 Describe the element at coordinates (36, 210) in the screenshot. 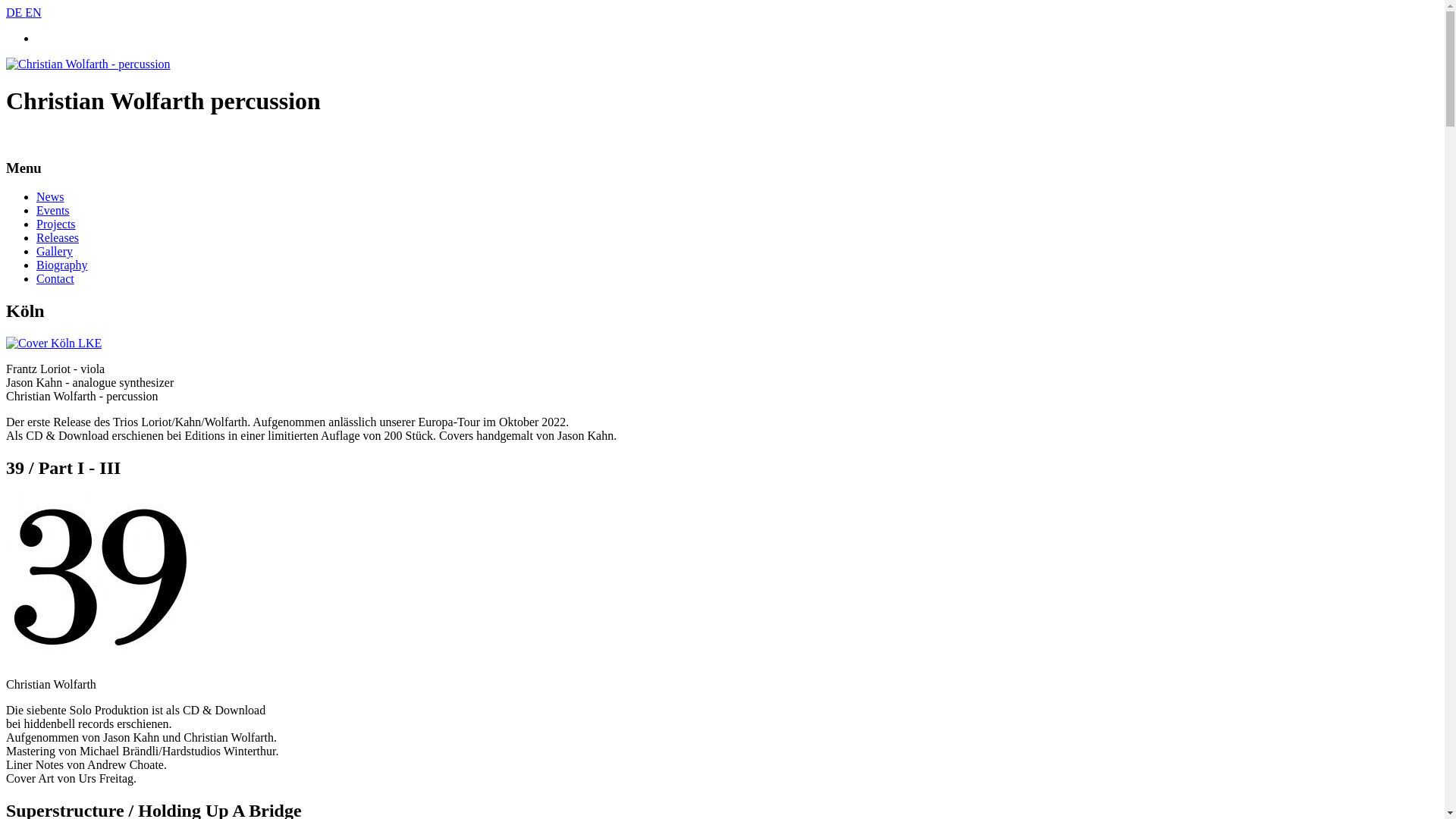

I see `'Events'` at that location.